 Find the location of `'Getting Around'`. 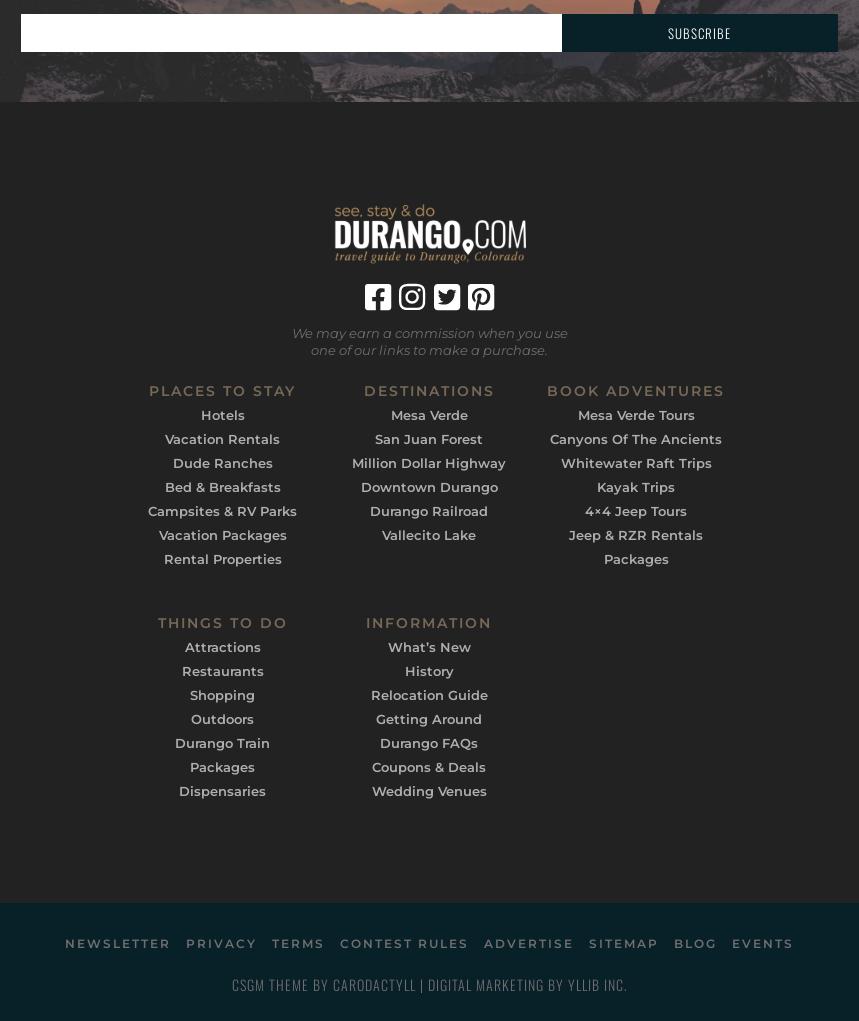

'Getting Around' is located at coordinates (428, 716).